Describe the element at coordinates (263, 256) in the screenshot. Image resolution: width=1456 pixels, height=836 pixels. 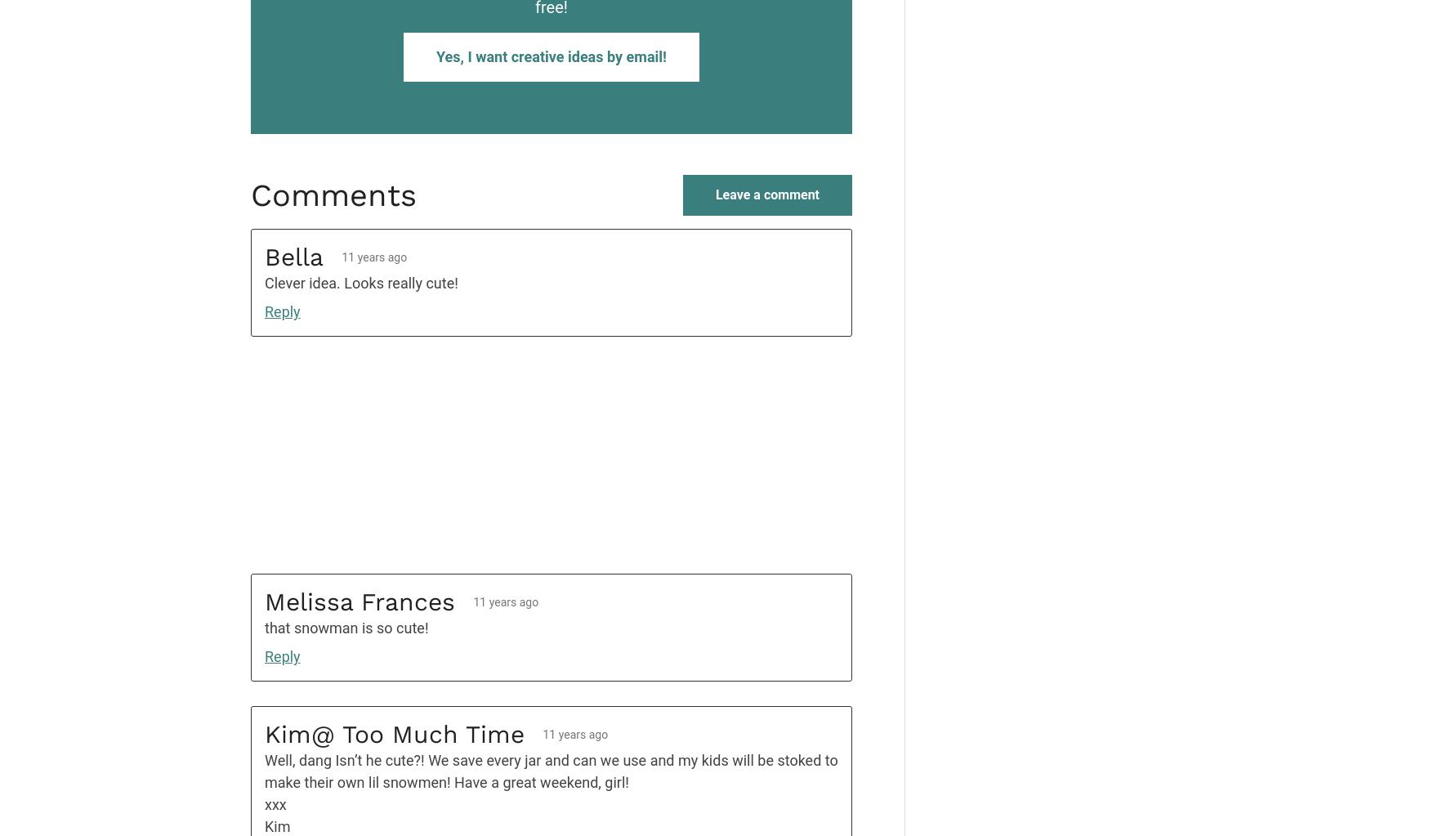
I see `'Bella'` at that location.